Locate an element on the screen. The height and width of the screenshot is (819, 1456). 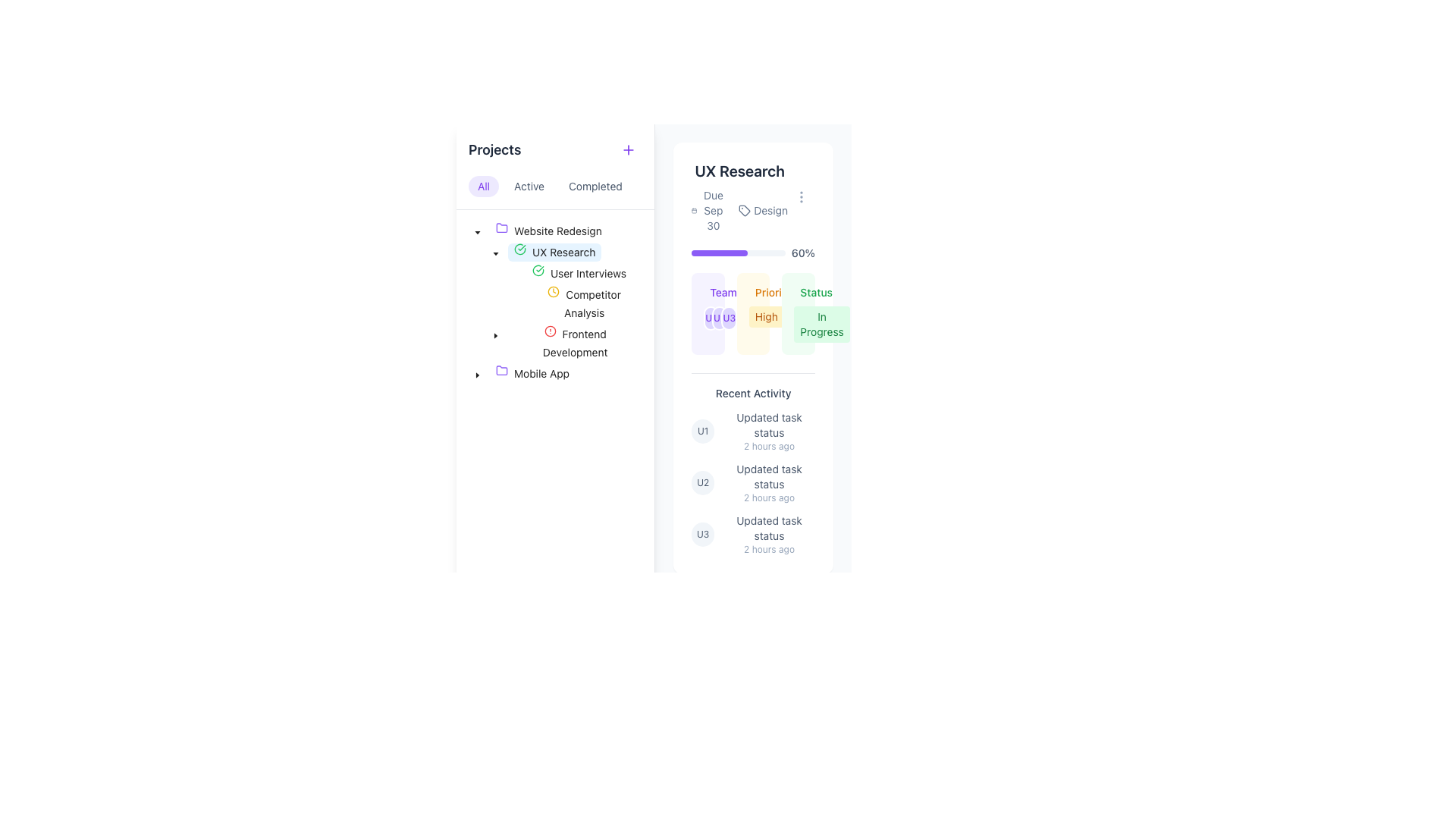
small circular yellow clock icon located in the sidebar navigation under the 'Projects' section, next to the text 'UX Research', for additional details if interactive is located at coordinates (553, 292).